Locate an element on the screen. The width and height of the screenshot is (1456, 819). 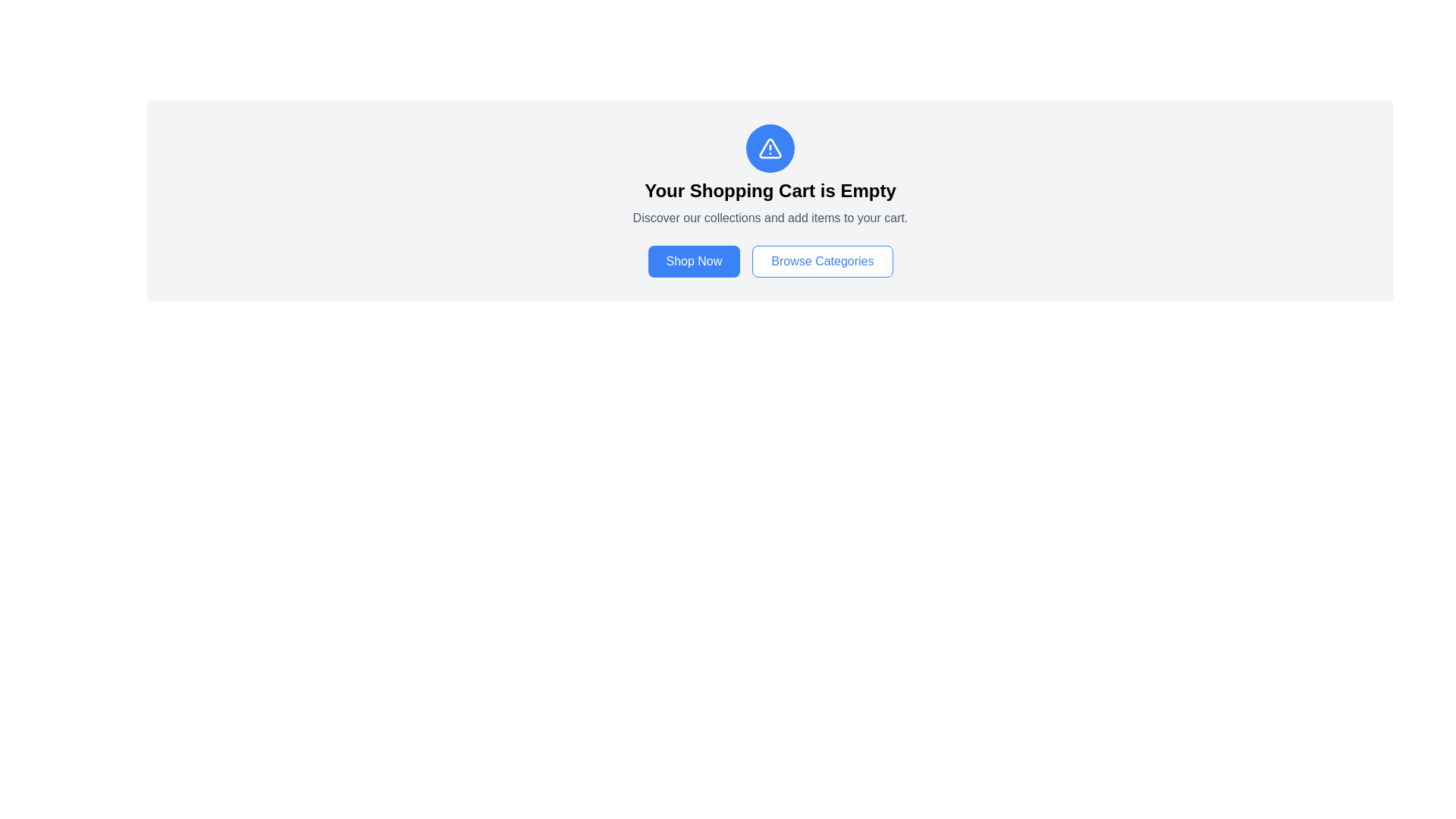
the 'Browse Categories' button located within the horizontally aligned group of two buttons beneath the empty shopping cart explanation to initiate browsing categories is located at coordinates (770, 260).